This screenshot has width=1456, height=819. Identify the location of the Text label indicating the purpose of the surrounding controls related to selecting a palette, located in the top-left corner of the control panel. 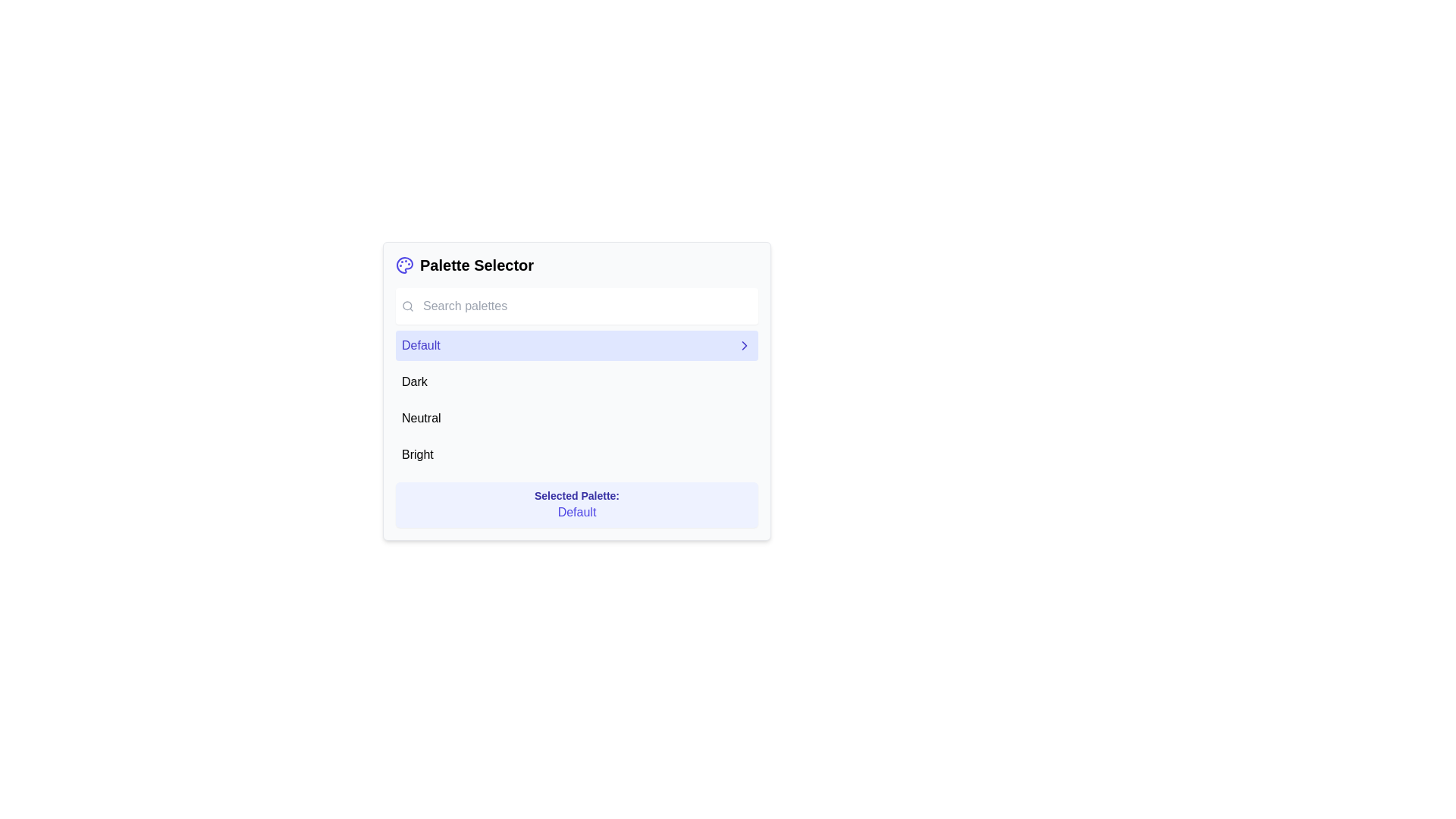
(475, 265).